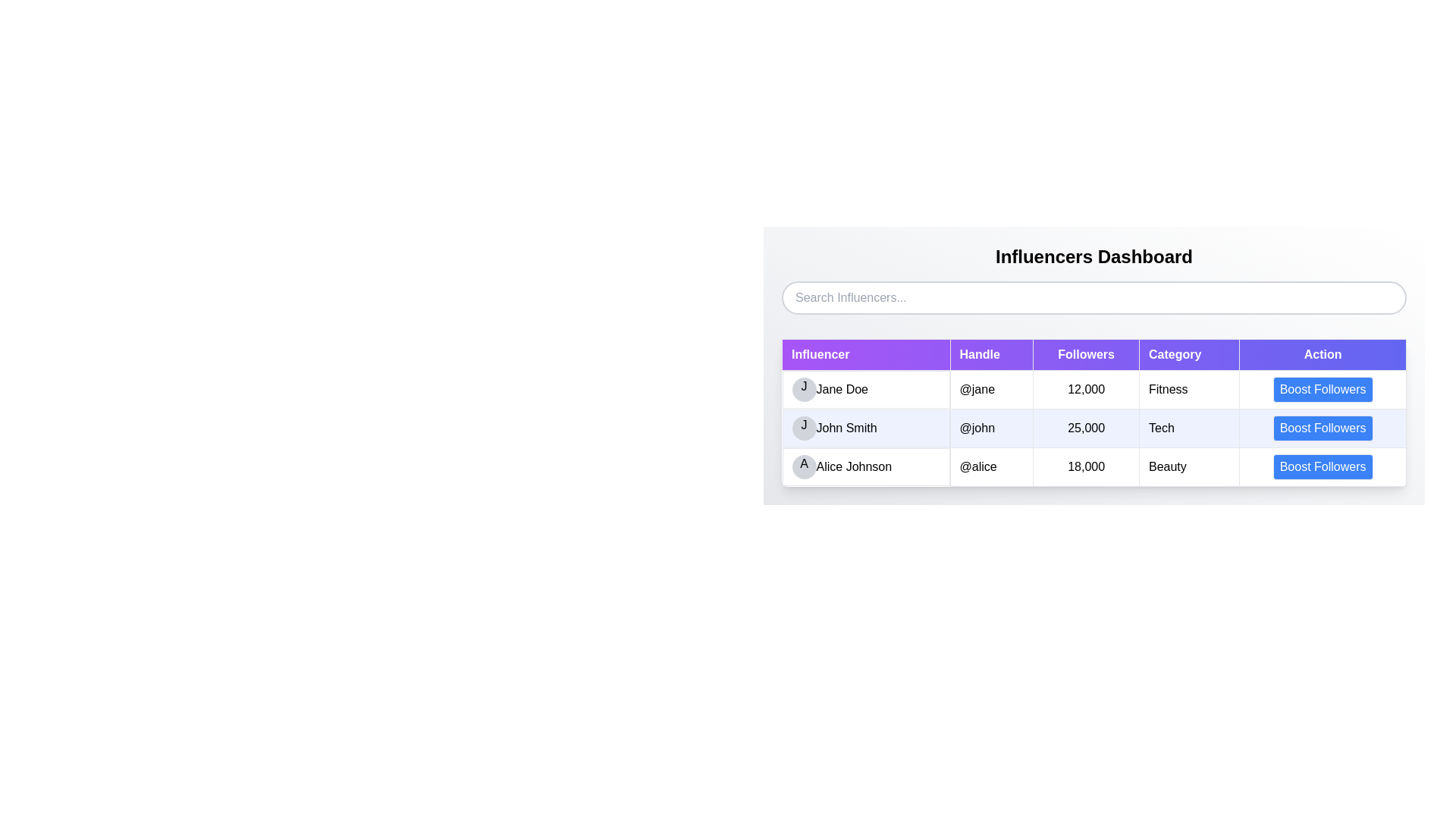  I want to click on the second row of the table showcasing information about 'John Smith', which includes details like username, handle, follower count, category, and a button labeled 'Boost Followers', so click(1094, 428).